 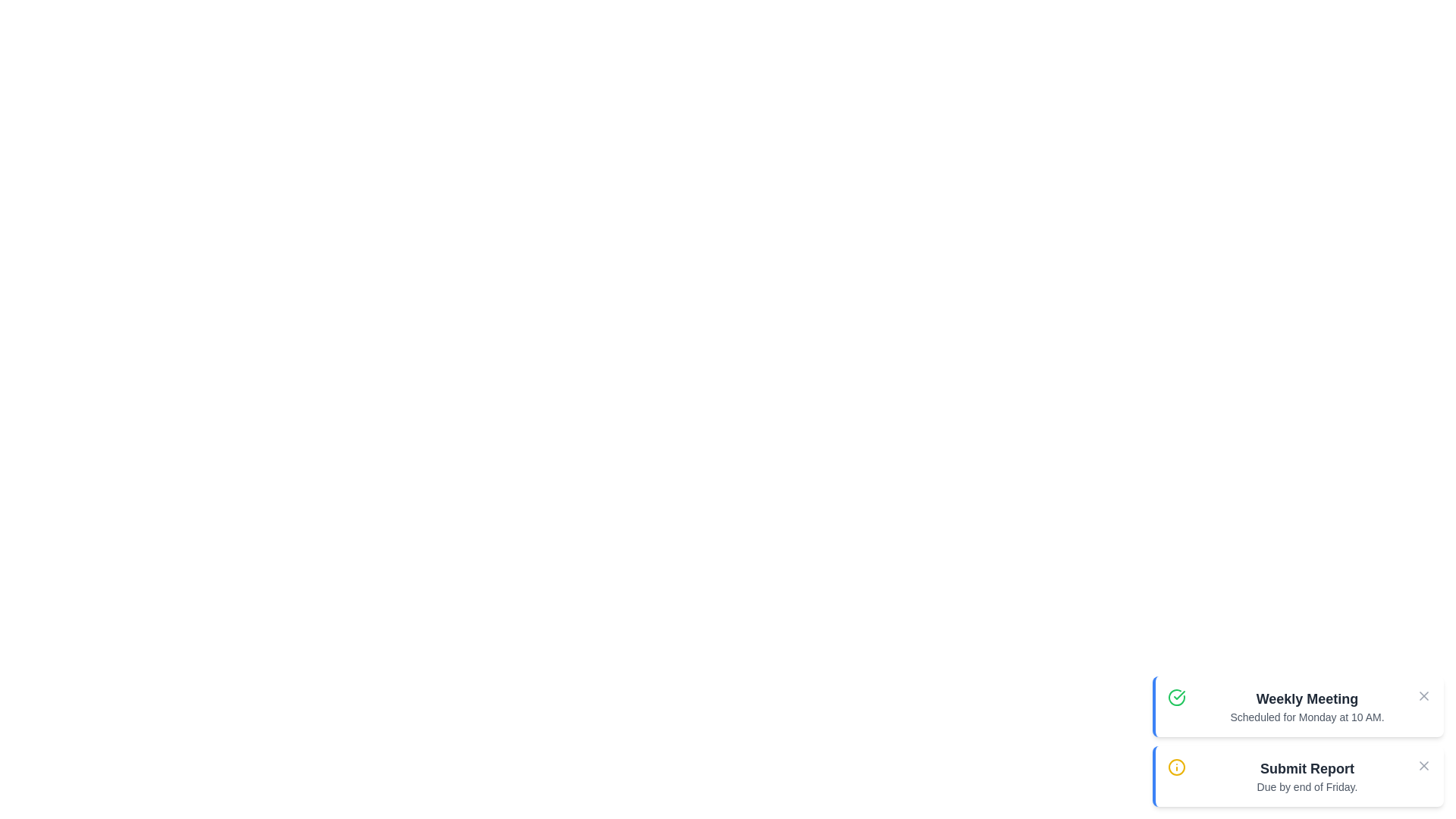 What do you see at coordinates (1298, 707) in the screenshot?
I see `the notification titled 'Weekly Meeting' to read its details` at bounding box center [1298, 707].